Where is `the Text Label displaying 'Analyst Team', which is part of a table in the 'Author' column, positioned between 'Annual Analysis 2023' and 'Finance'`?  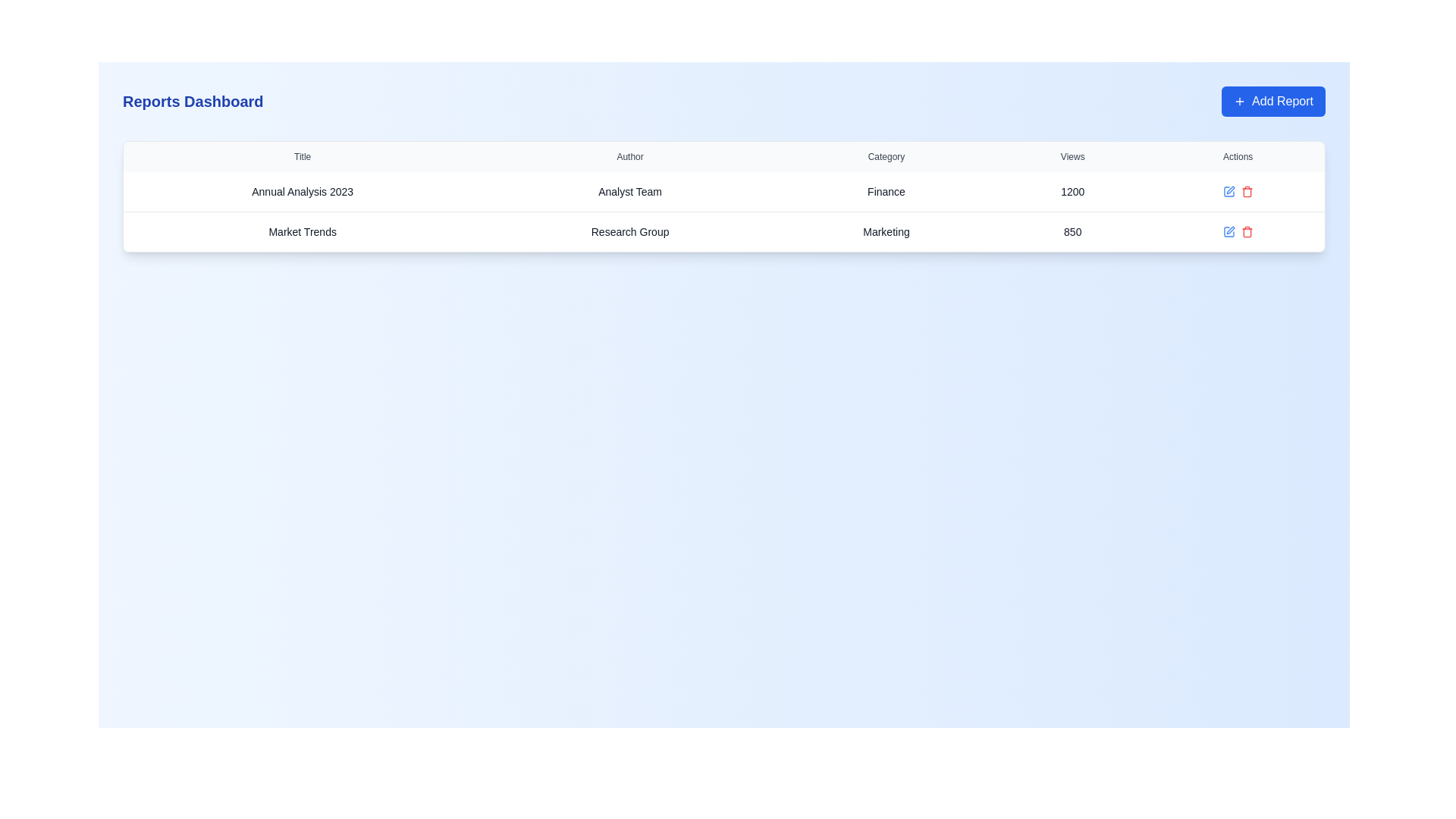
the Text Label displaying 'Analyst Team', which is part of a table in the 'Author' column, positioned between 'Annual Analysis 2023' and 'Finance' is located at coordinates (630, 191).